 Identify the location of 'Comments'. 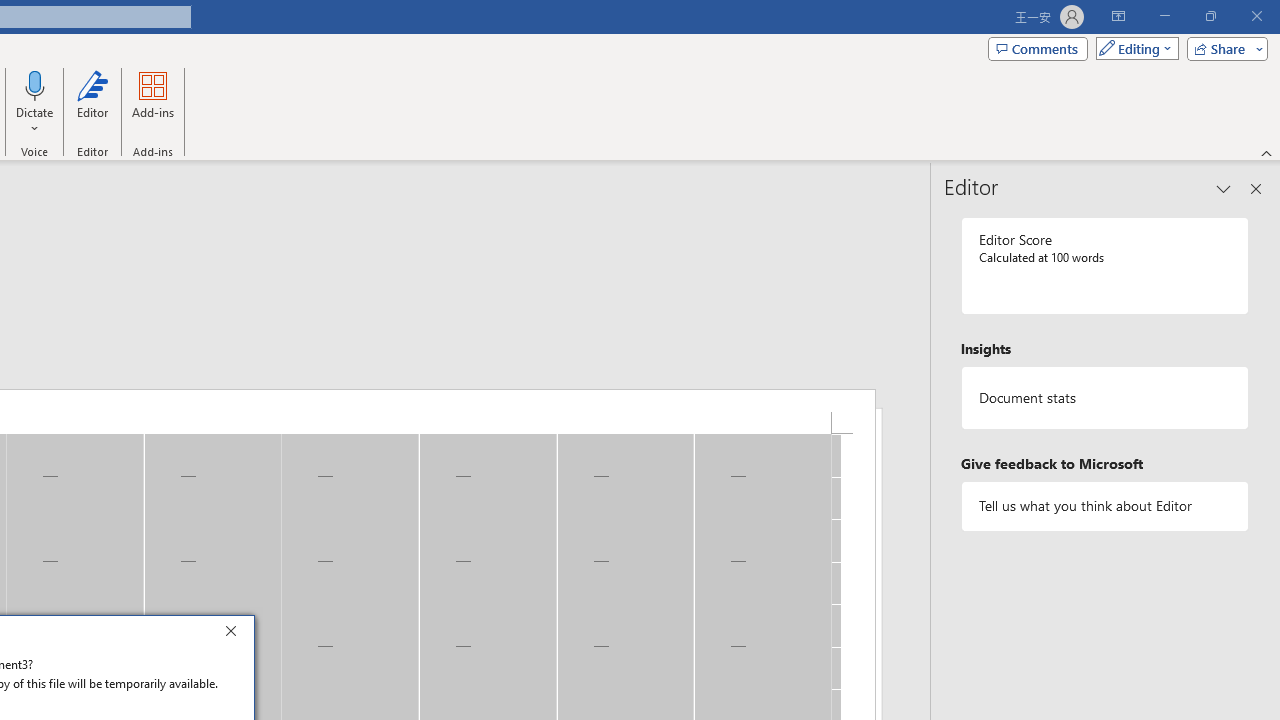
(1038, 47).